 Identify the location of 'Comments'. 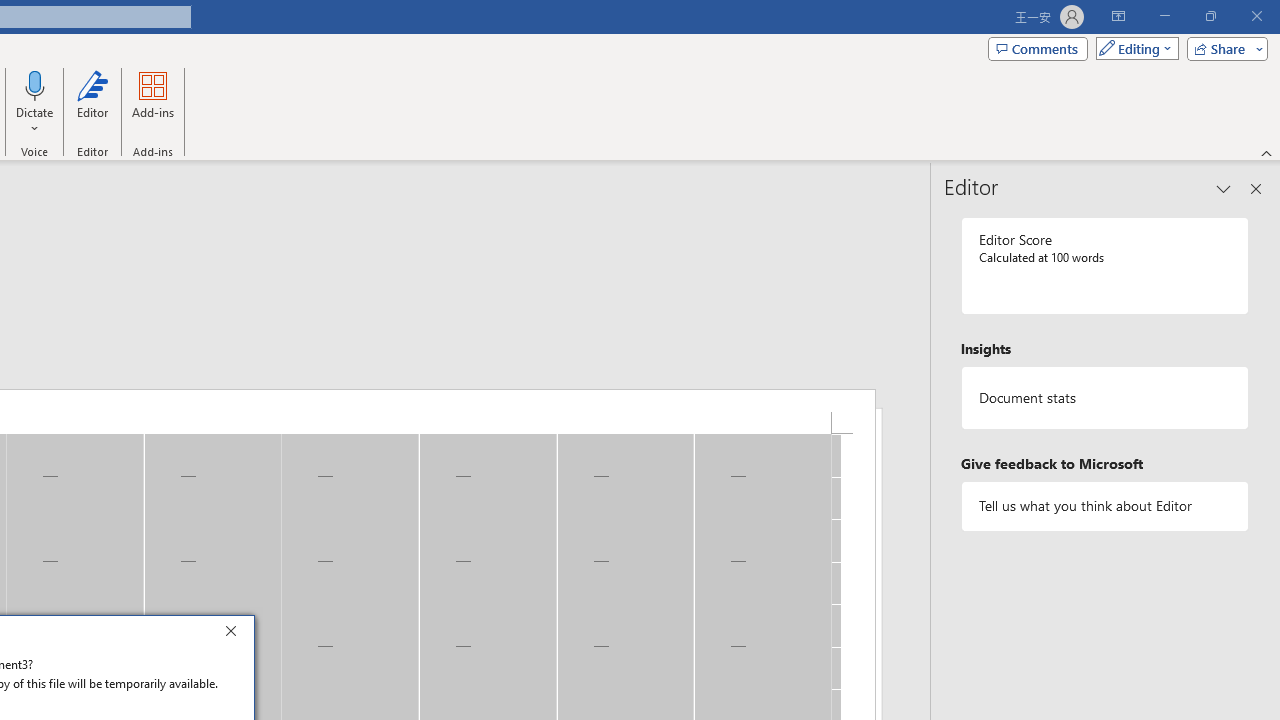
(1038, 47).